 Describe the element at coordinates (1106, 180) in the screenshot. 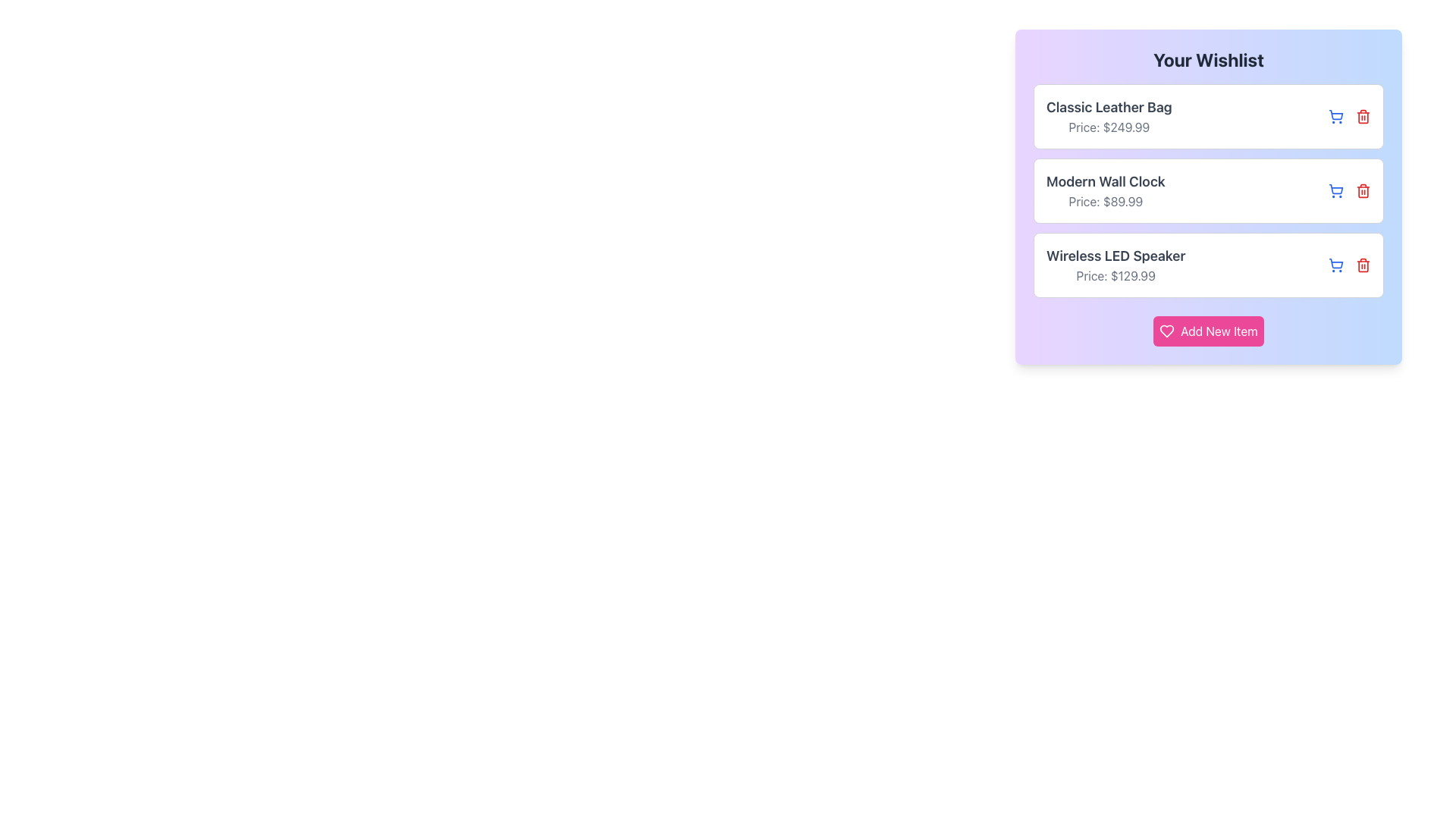

I see `text label 'Modern Wall Clock' located in the second item block of the wishlist section, directly above the price text` at that location.